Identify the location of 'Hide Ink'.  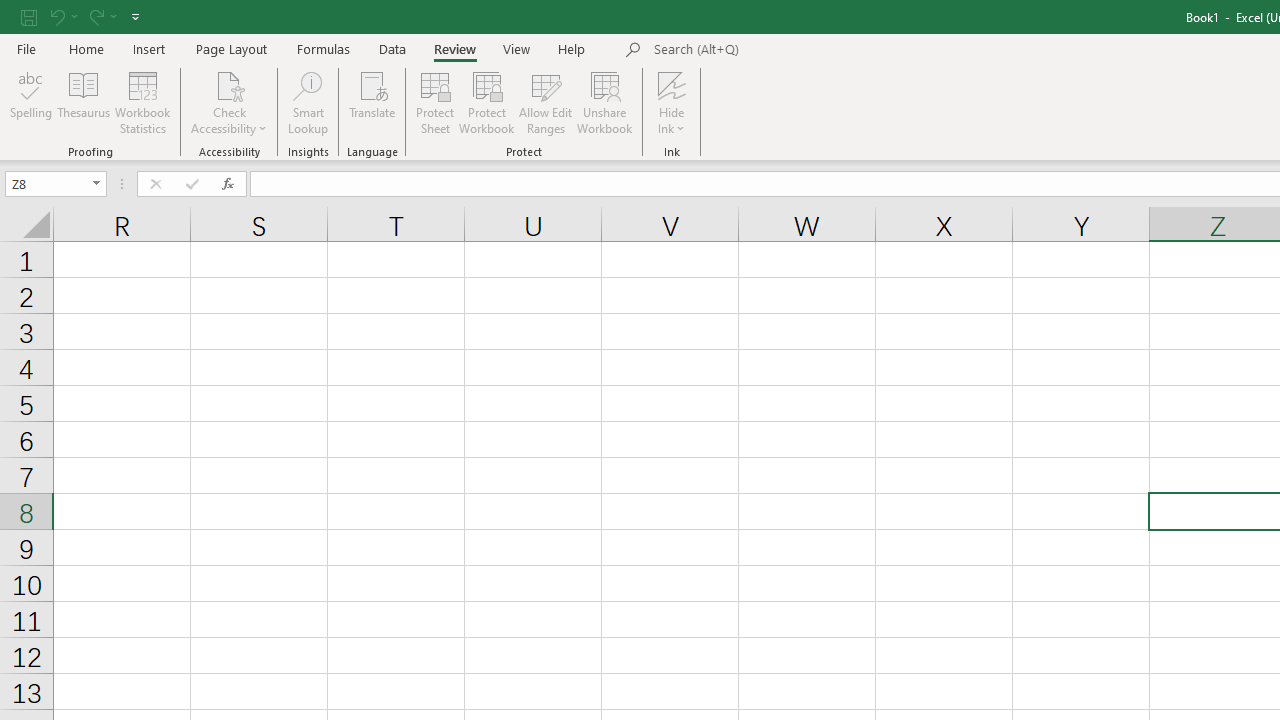
(672, 84).